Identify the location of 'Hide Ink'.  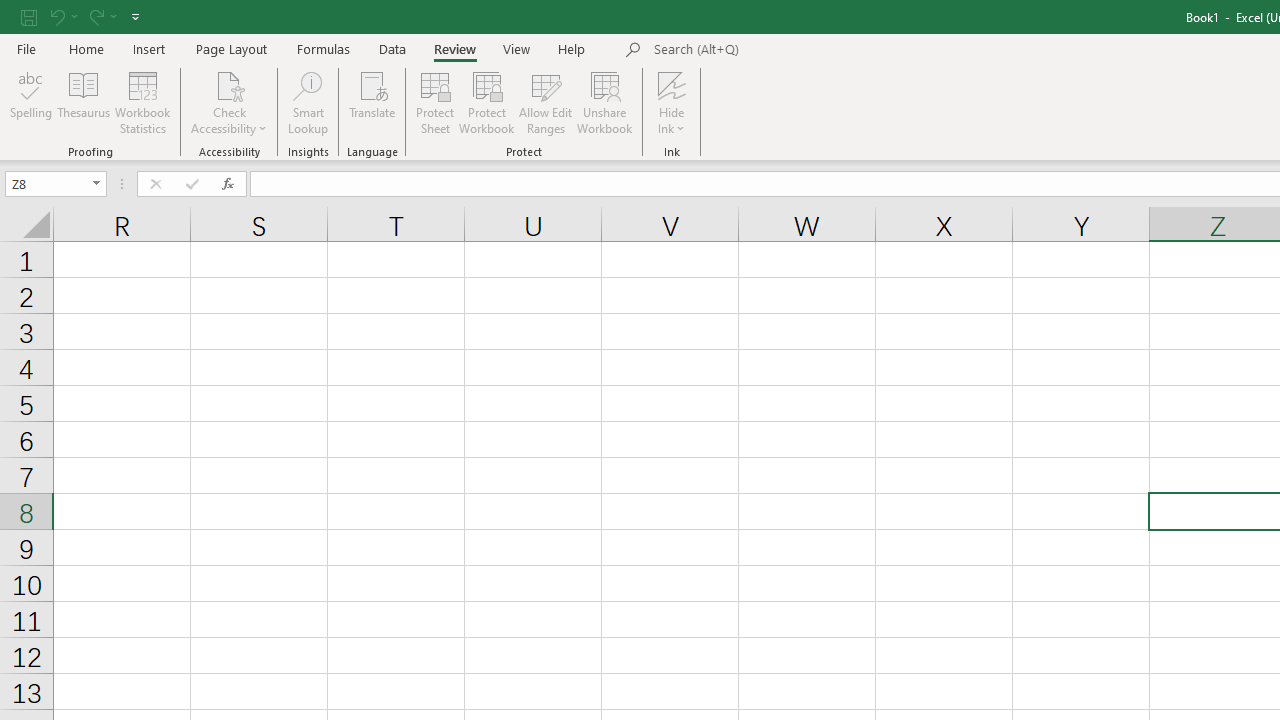
(672, 84).